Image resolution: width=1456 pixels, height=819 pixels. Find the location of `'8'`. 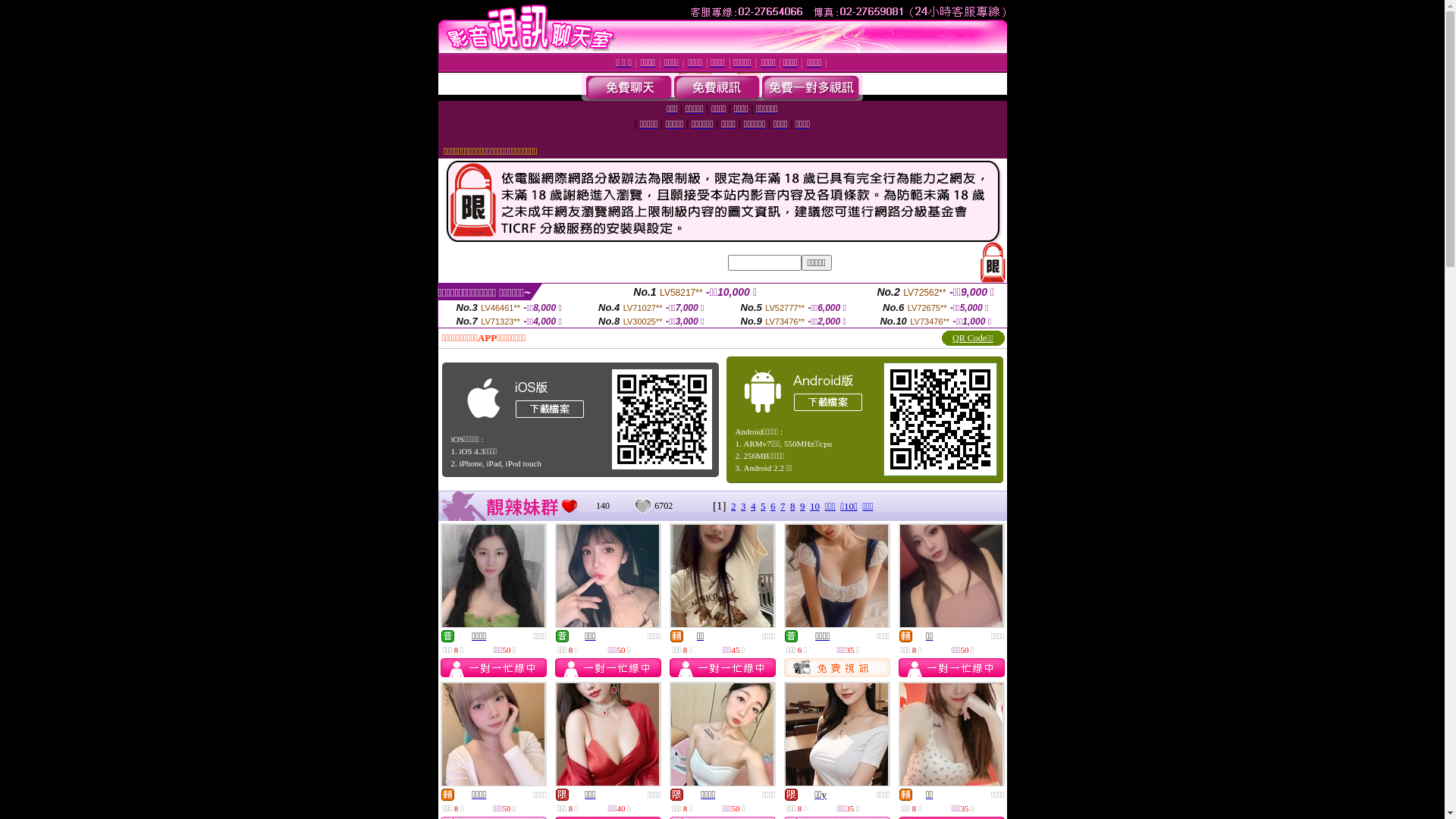

'8' is located at coordinates (792, 506).